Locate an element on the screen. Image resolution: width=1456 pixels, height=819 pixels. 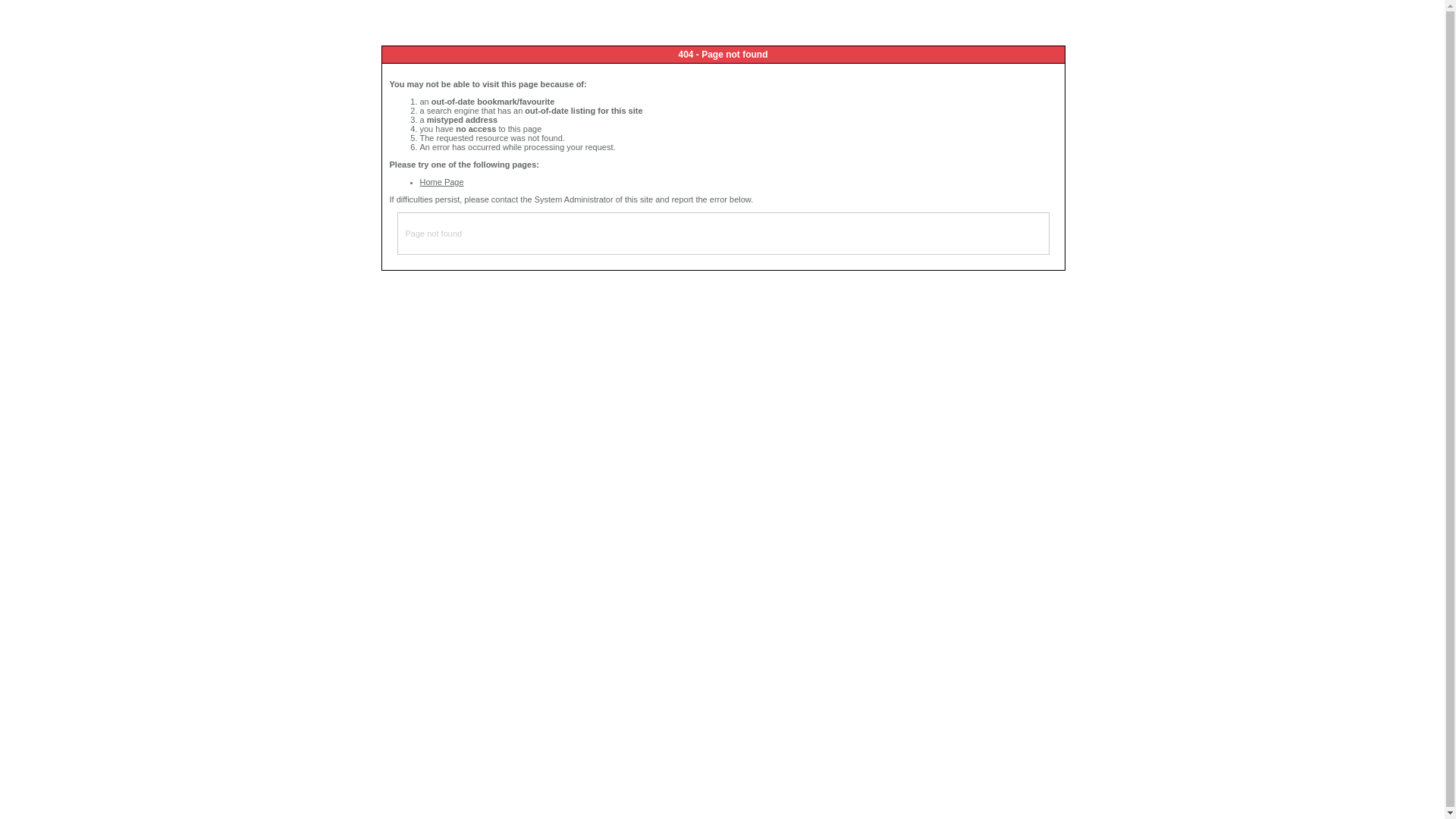
'Home Page' is located at coordinates (441, 180).